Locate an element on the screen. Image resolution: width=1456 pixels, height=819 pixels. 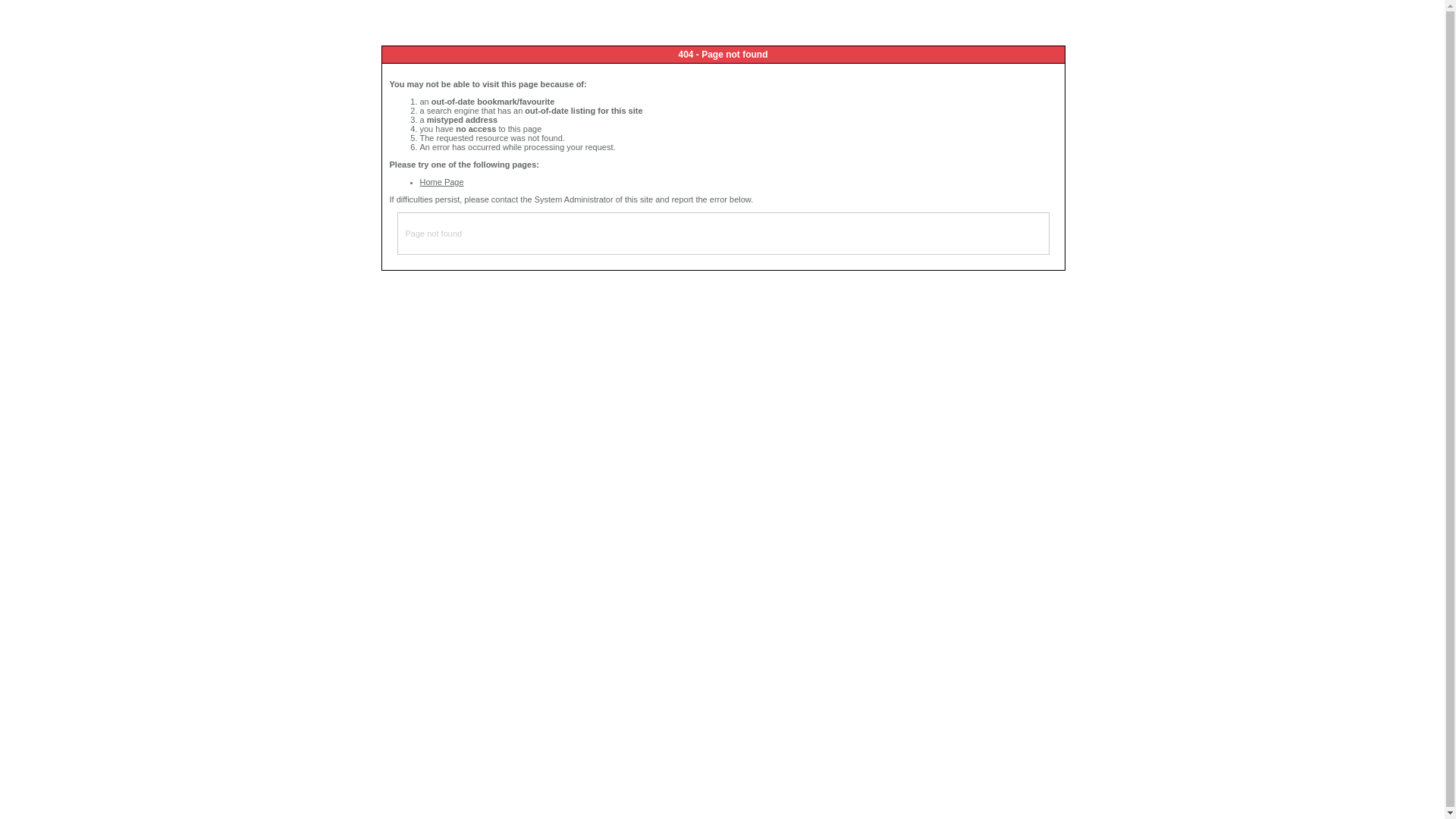
'Home Page' is located at coordinates (441, 180).